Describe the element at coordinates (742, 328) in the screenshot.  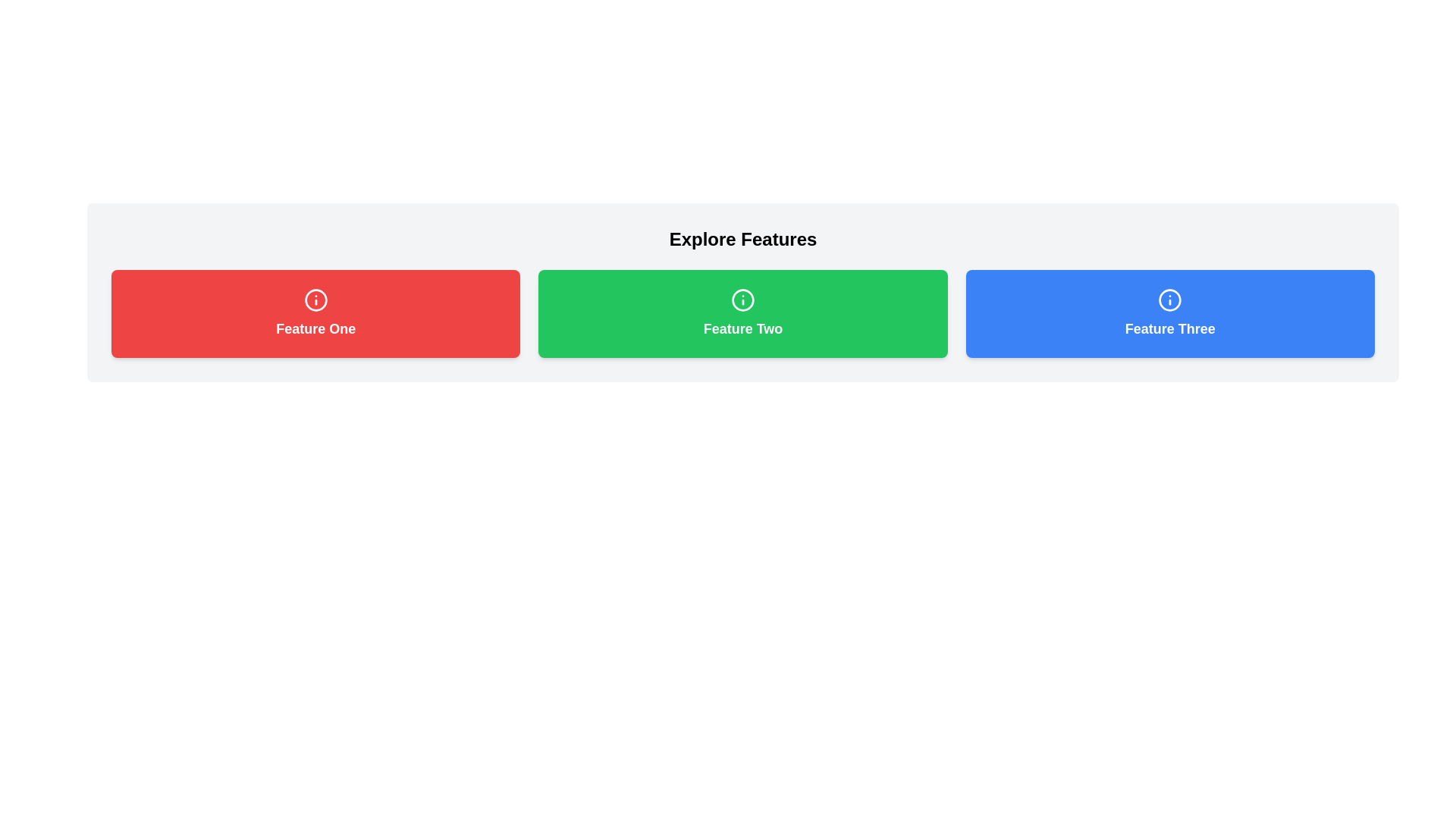
I see `the text label displaying 'Feature Two', which is centered in the second green card with rounded corners` at that location.